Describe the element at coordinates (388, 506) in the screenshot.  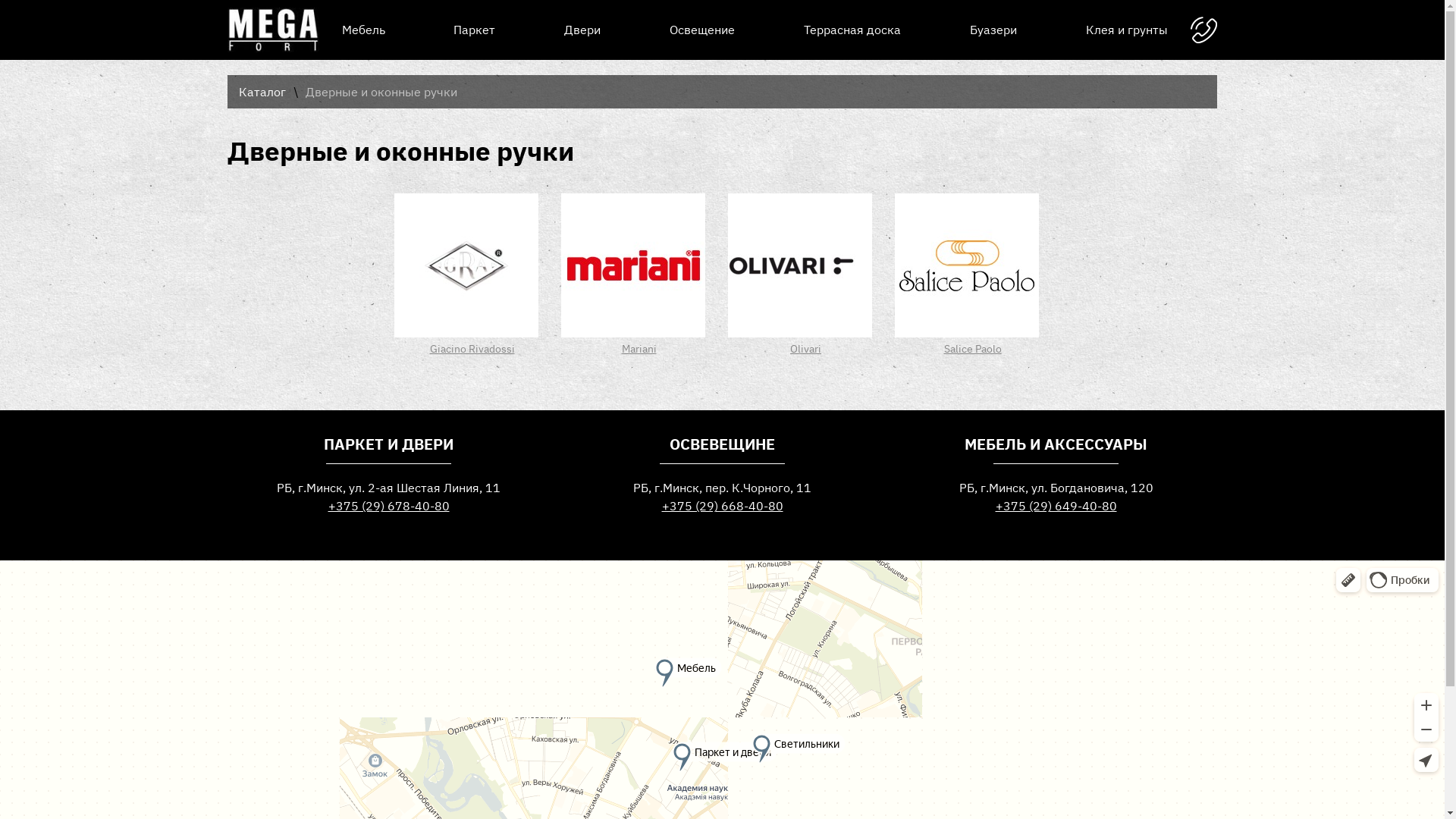
I see `'+375 (29) 678-40-80'` at that location.